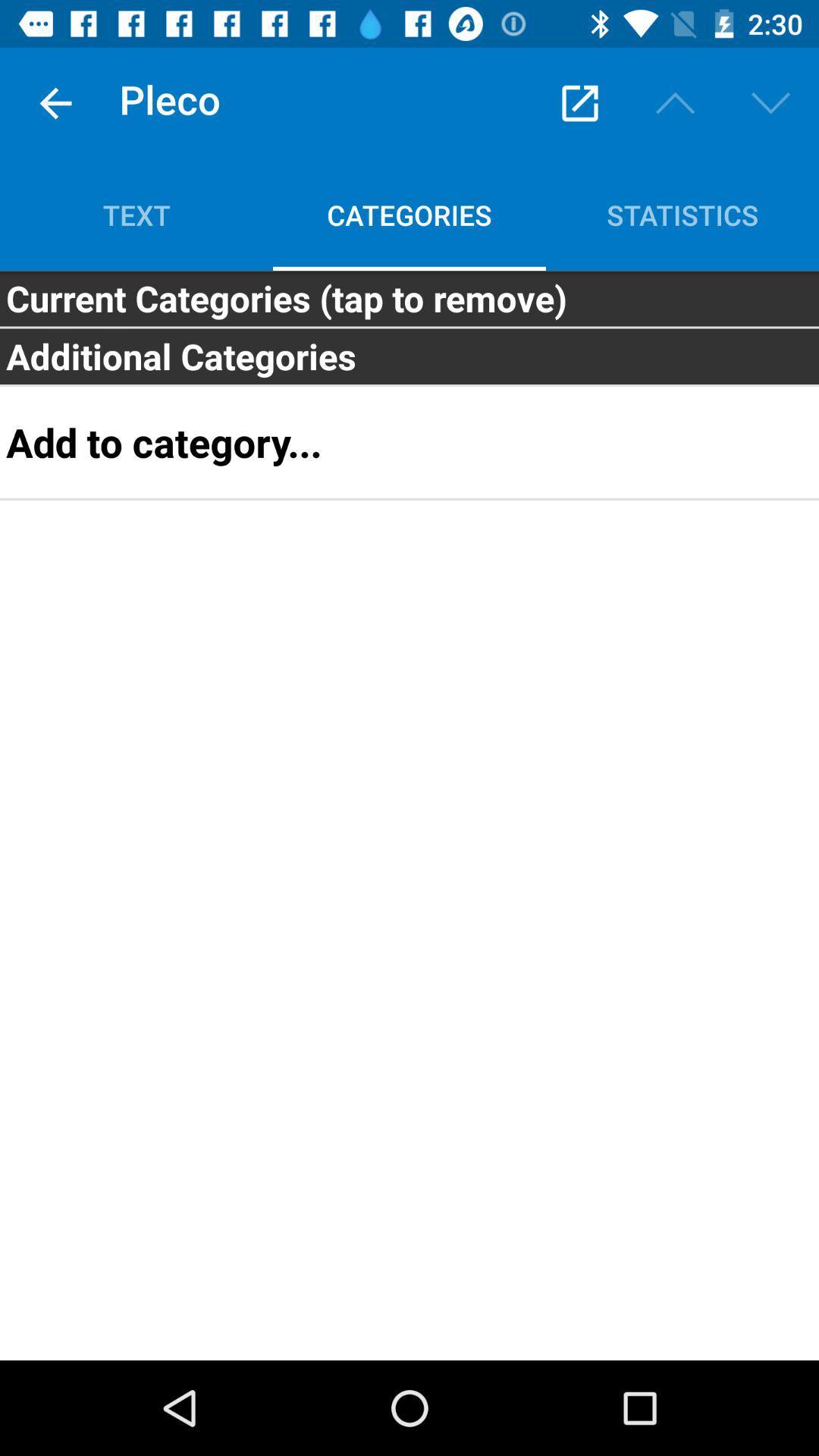 The width and height of the screenshot is (819, 1456). I want to click on the icon next to text item, so click(579, 102).